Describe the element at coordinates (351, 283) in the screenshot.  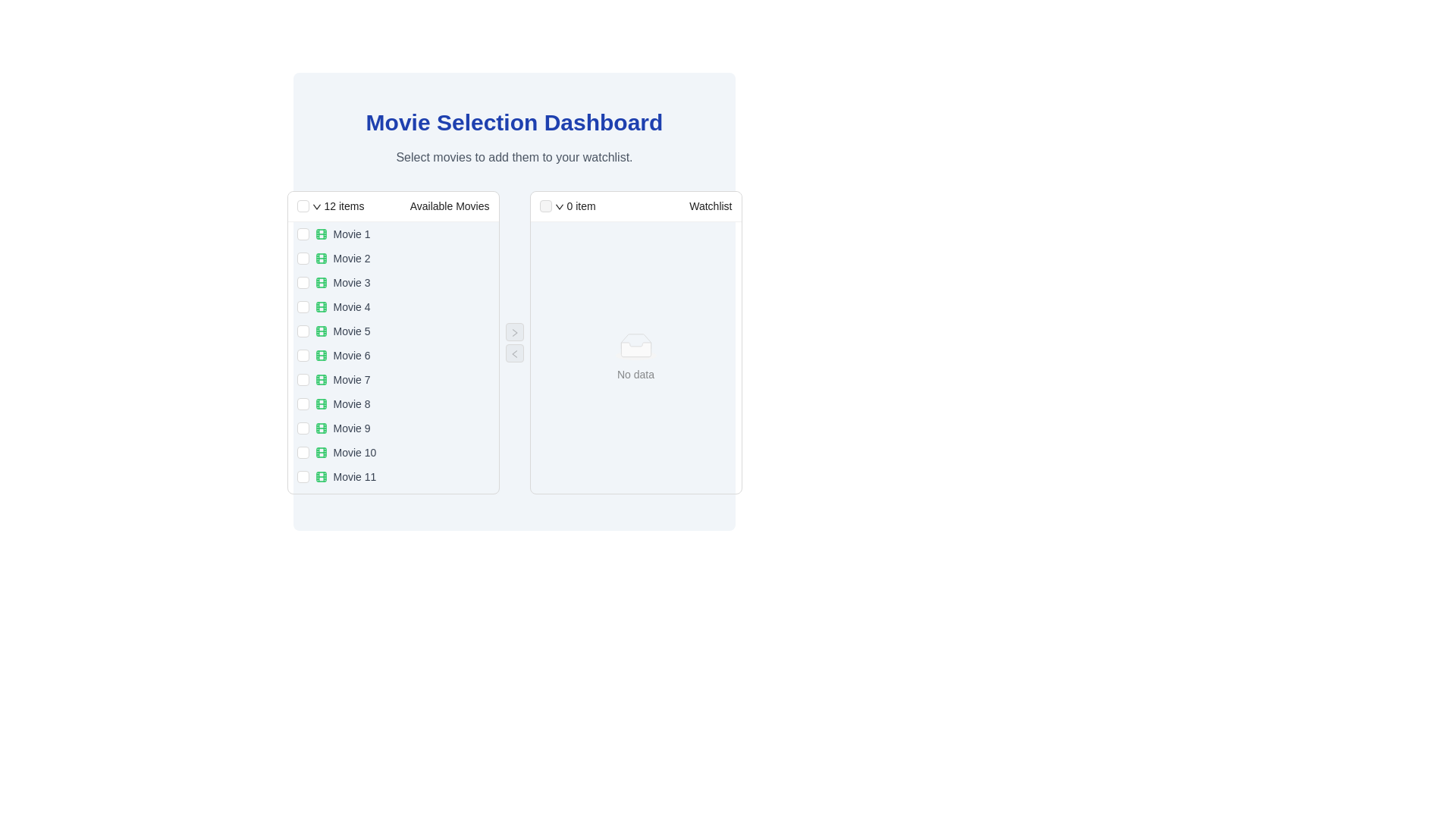
I see `the text label indicating the name of the third movie in the 'Available Movies' list` at that location.